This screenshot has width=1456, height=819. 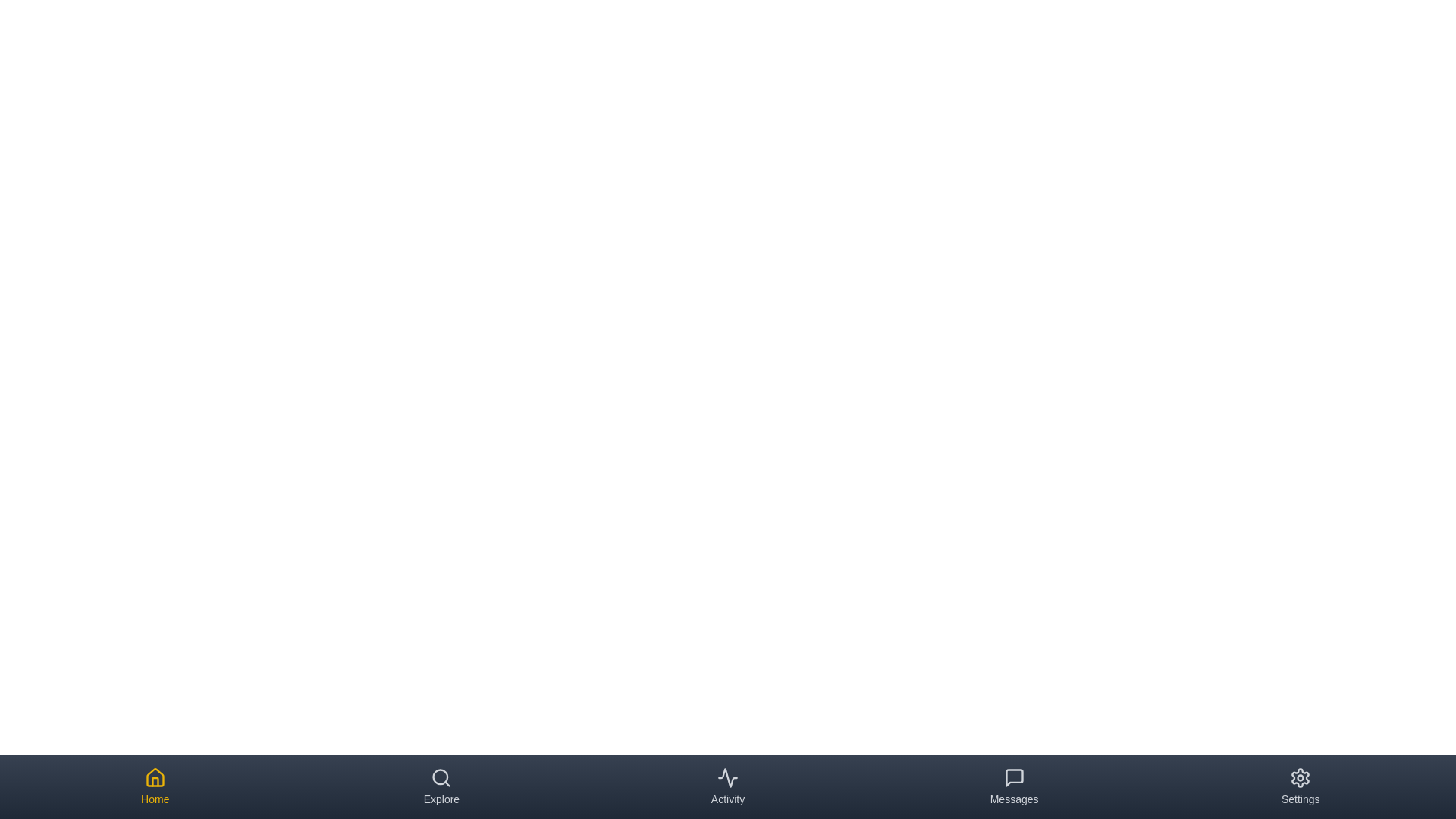 I want to click on the tab corresponding to Messages, so click(x=1015, y=786).